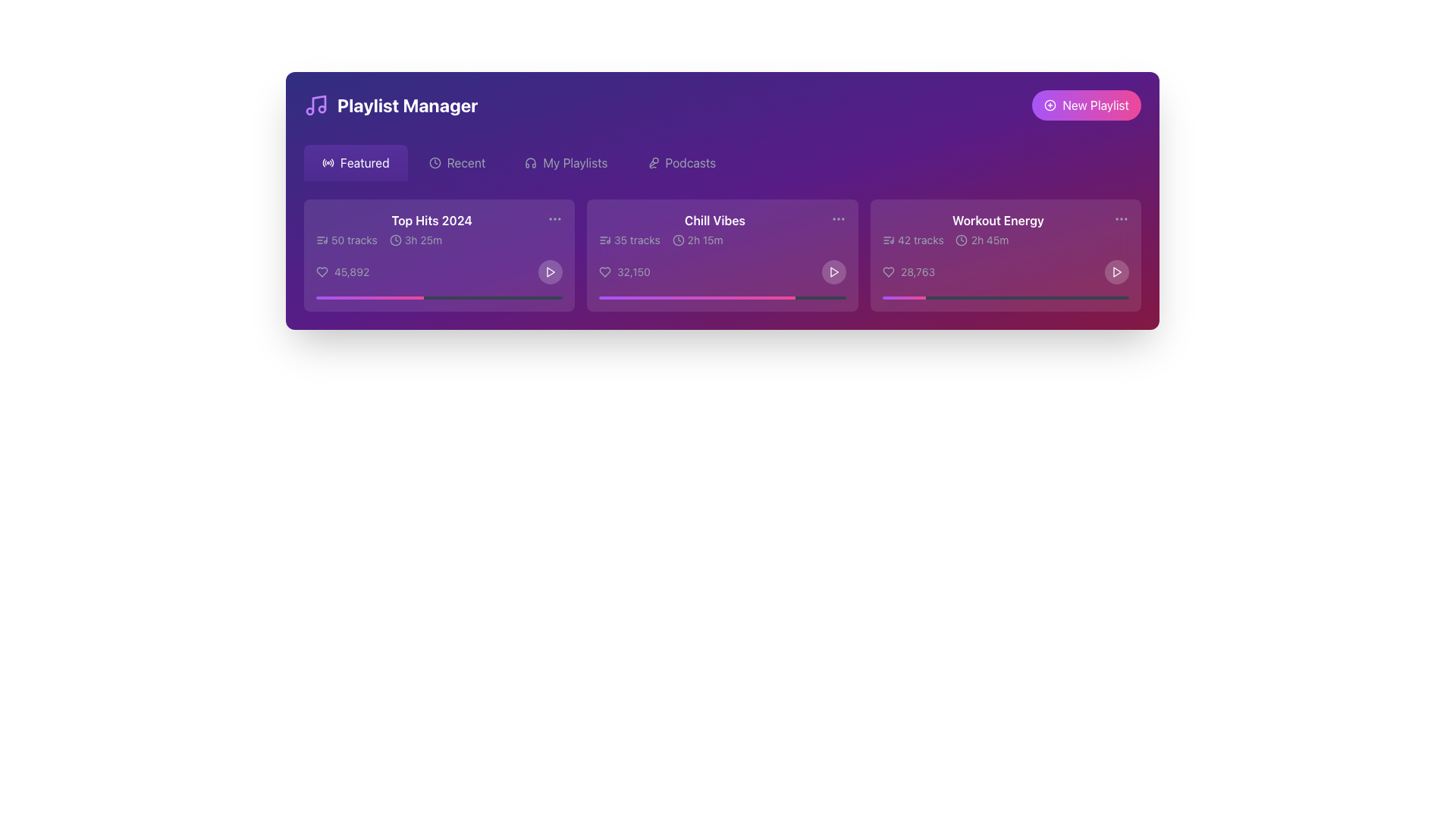 This screenshot has width=1456, height=819. Describe the element at coordinates (395, 239) in the screenshot. I see `the clock icon representing the duration of the playlist in the 'Top Hits 2024' card within the 'Featured' section` at that location.